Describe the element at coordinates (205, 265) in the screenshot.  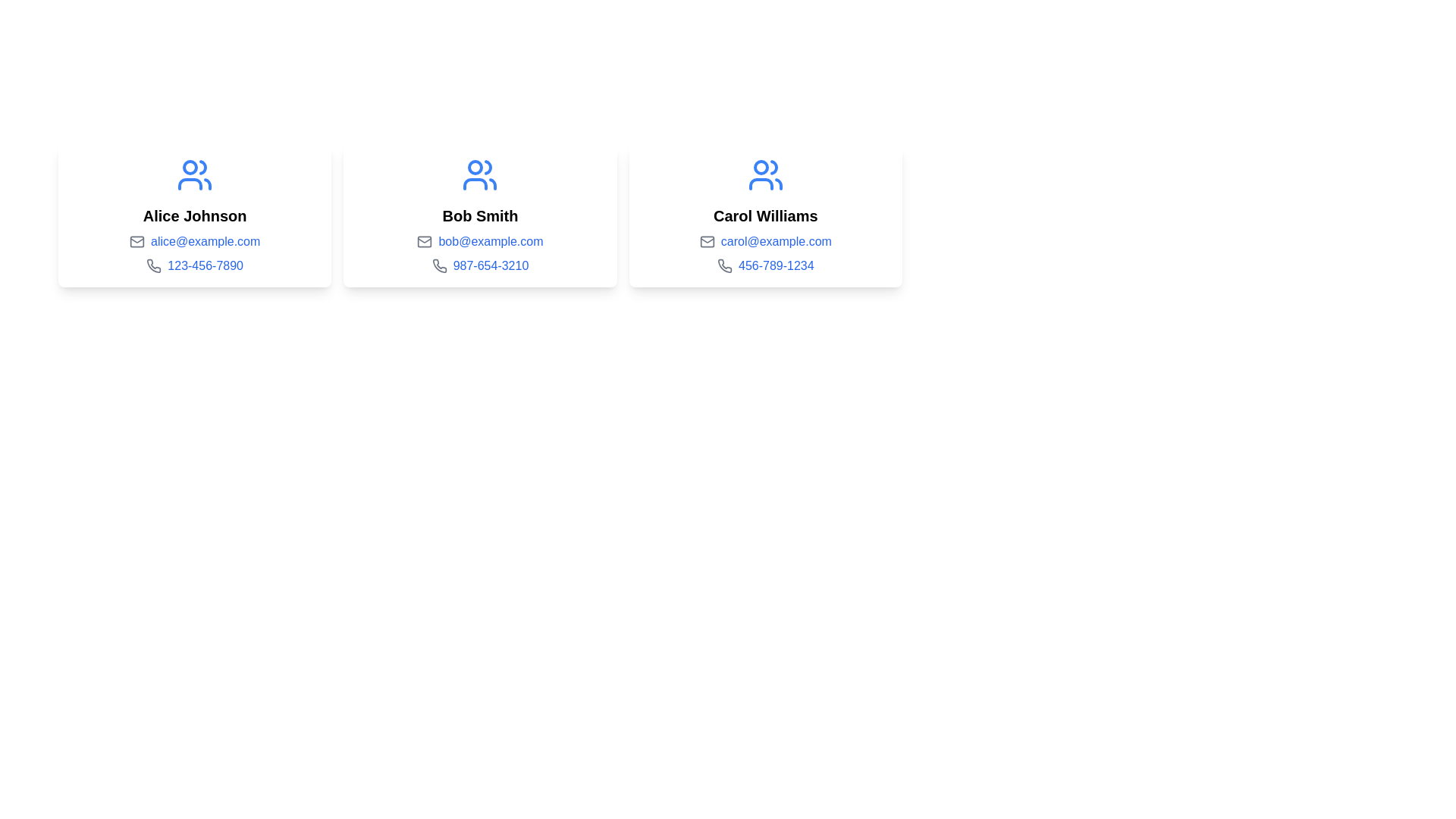
I see `the clickable telephone link for '123-456-7890' located in the leftmost user card of Alice Johnson` at that location.